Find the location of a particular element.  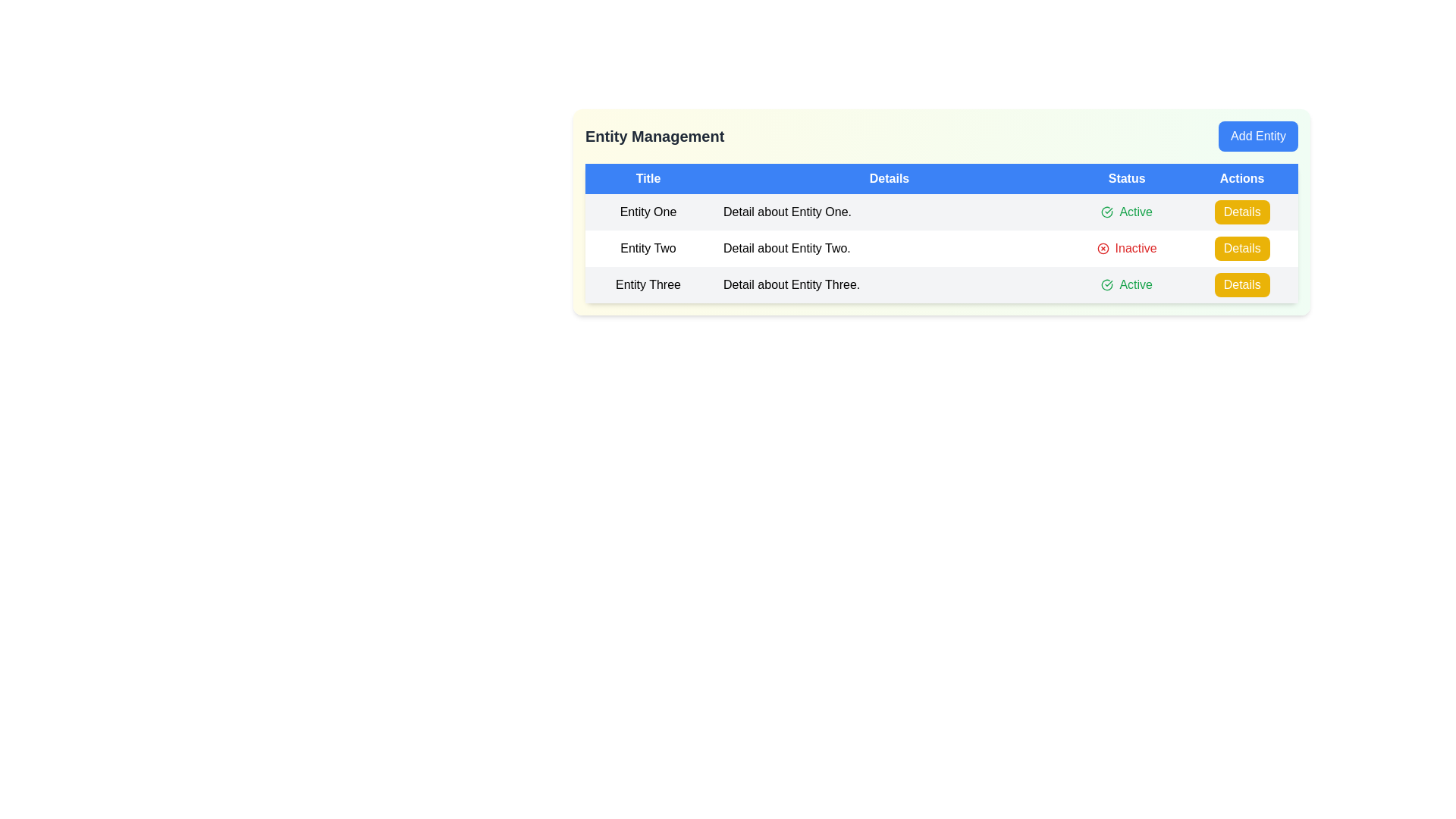

the green text label 'Active' with the adjacent green checkmark icon, located in the first row of the 'Status' column in the data table is located at coordinates (1127, 212).